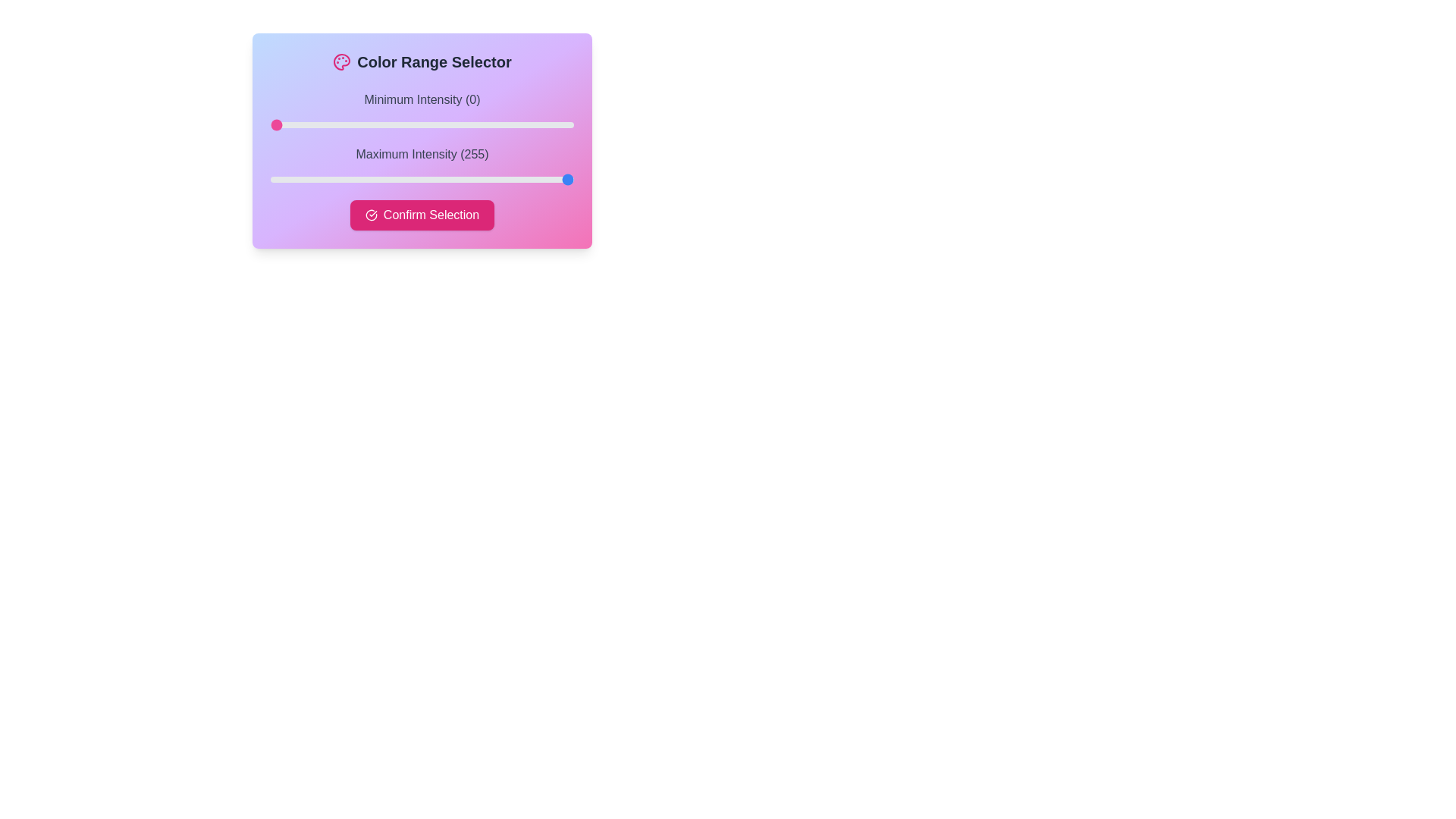 The height and width of the screenshot is (819, 1456). What do you see at coordinates (366, 124) in the screenshot?
I see `the slider to set the intensity to 80` at bounding box center [366, 124].